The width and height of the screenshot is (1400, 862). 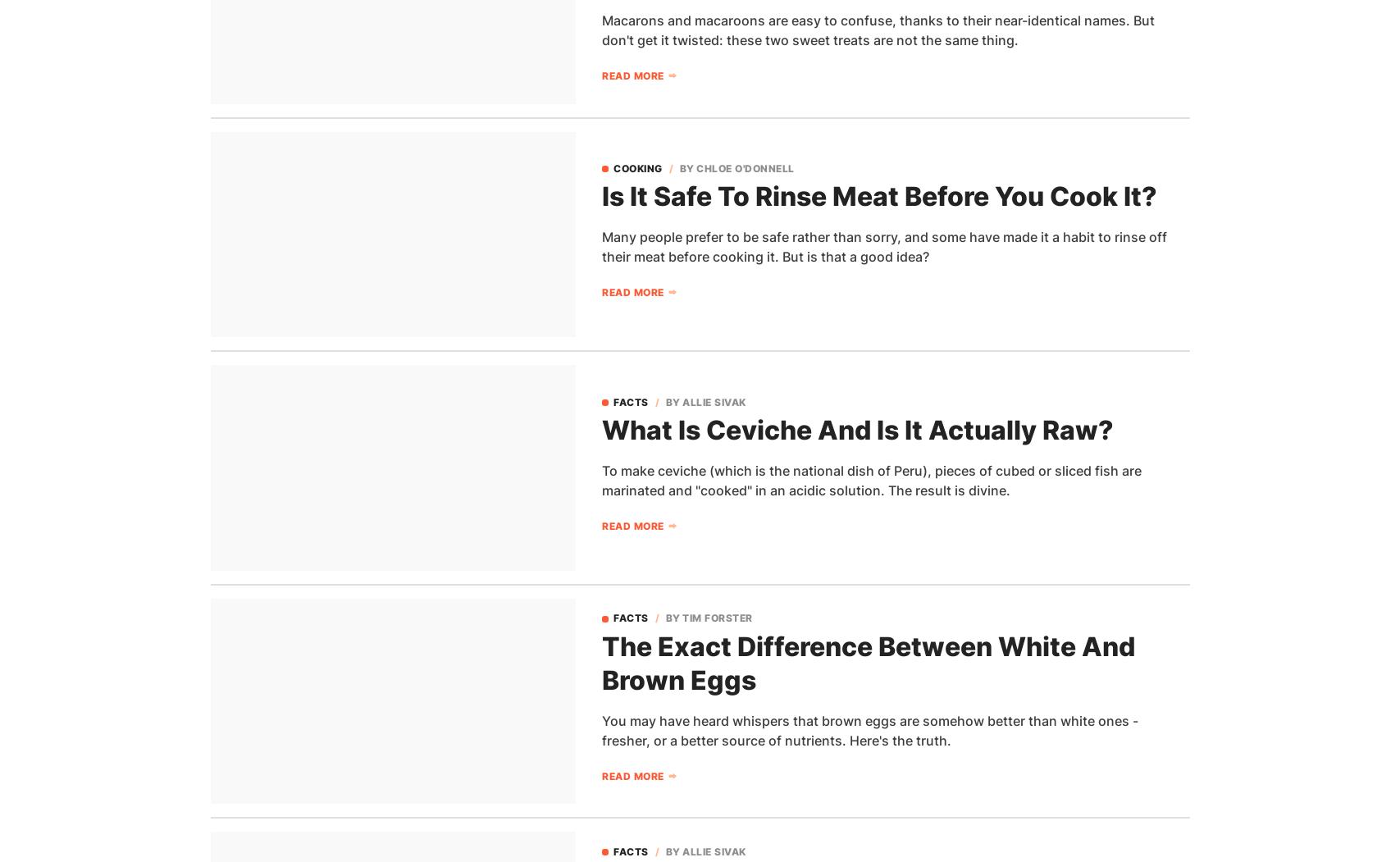 I want to click on 'Cooking', so click(x=637, y=166).